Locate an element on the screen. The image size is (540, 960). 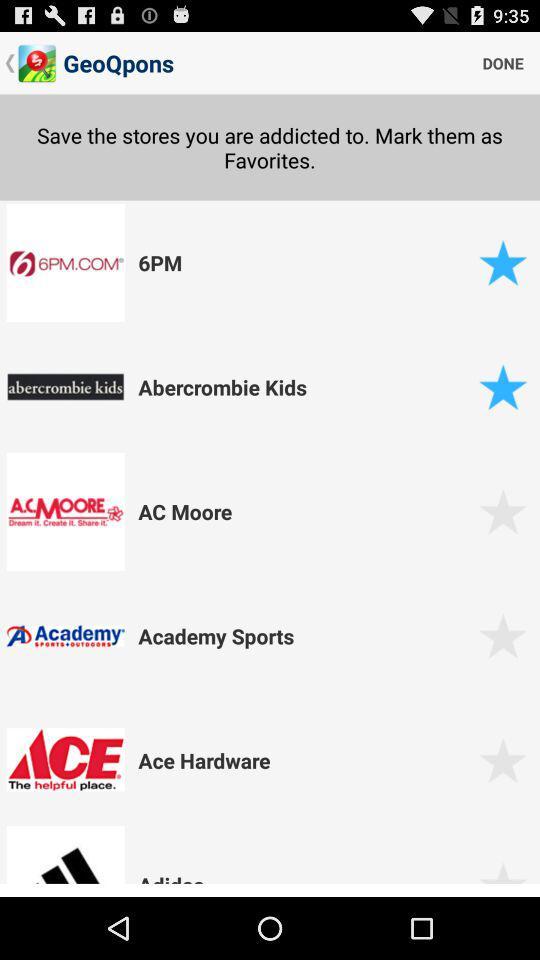
the done icon is located at coordinates (502, 62).